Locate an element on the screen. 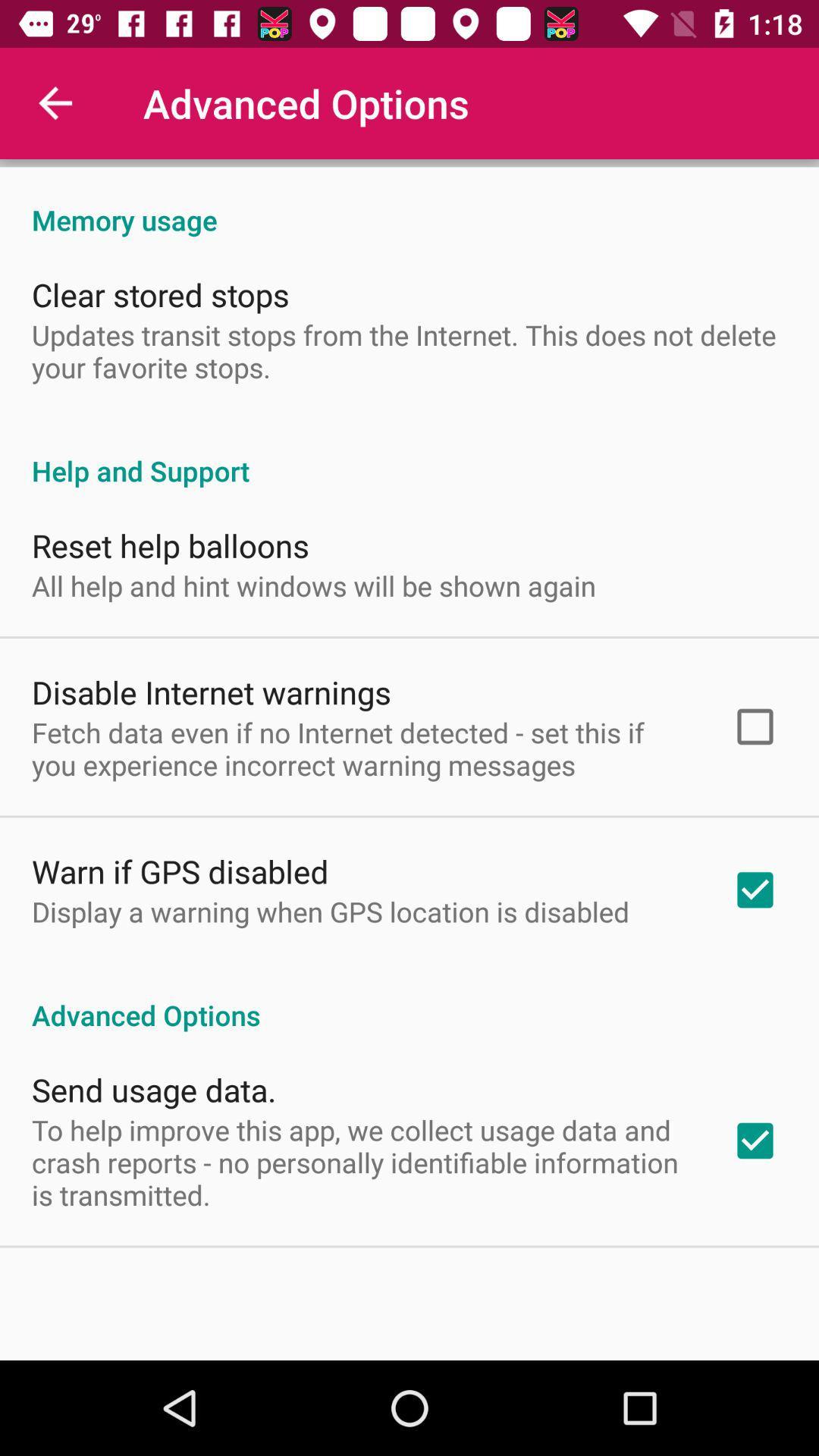 This screenshot has height=1456, width=819. the icon below the send usage data. icon is located at coordinates (362, 1161).